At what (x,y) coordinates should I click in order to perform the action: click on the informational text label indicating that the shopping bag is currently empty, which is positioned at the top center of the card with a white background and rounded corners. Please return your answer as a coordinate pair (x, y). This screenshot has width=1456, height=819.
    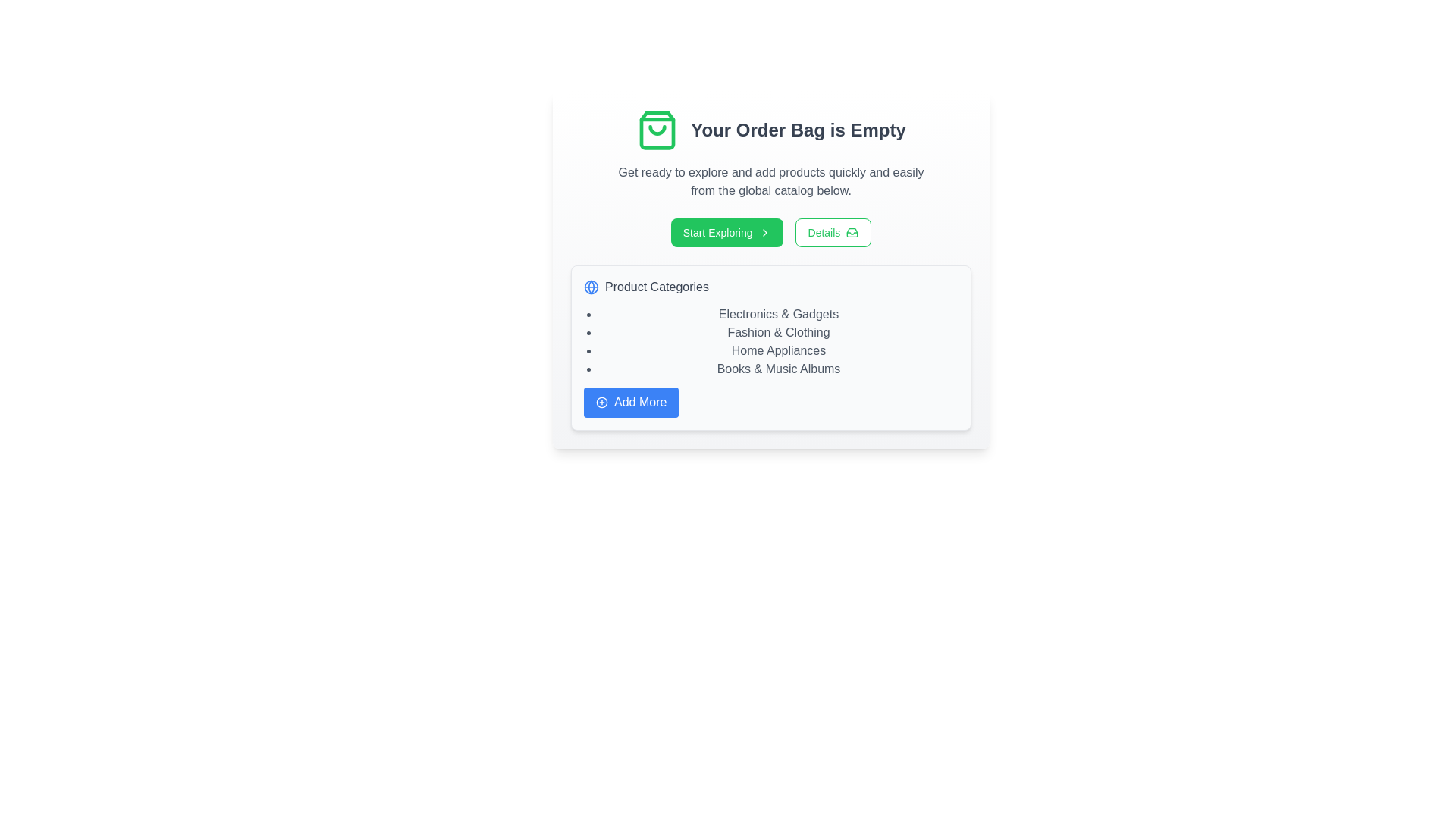
    Looking at the image, I should click on (771, 130).